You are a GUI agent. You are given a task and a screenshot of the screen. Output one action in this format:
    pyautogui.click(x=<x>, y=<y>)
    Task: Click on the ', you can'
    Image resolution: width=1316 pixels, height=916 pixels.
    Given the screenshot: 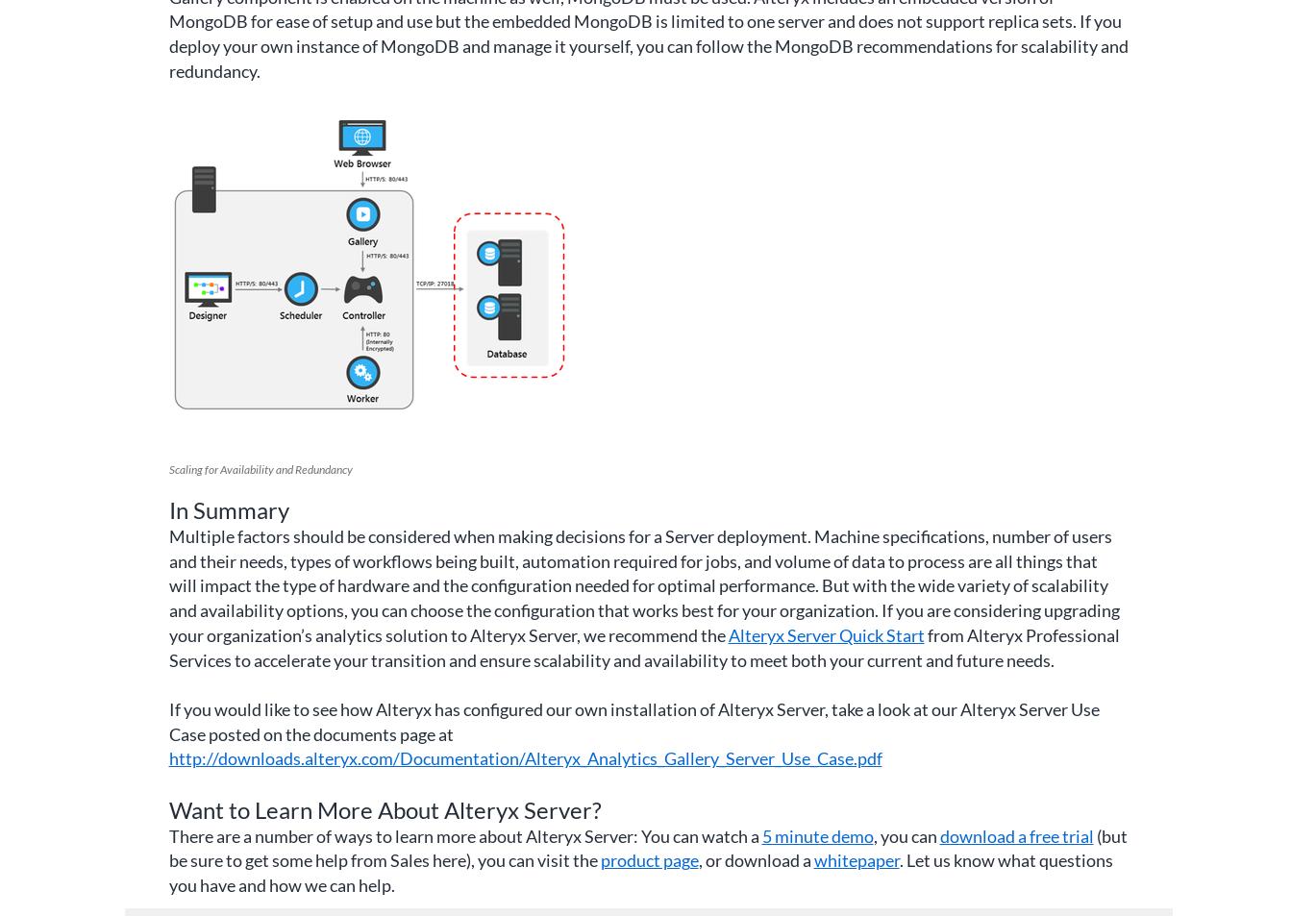 What is the action you would take?
    pyautogui.click(x=906, y=835)
    